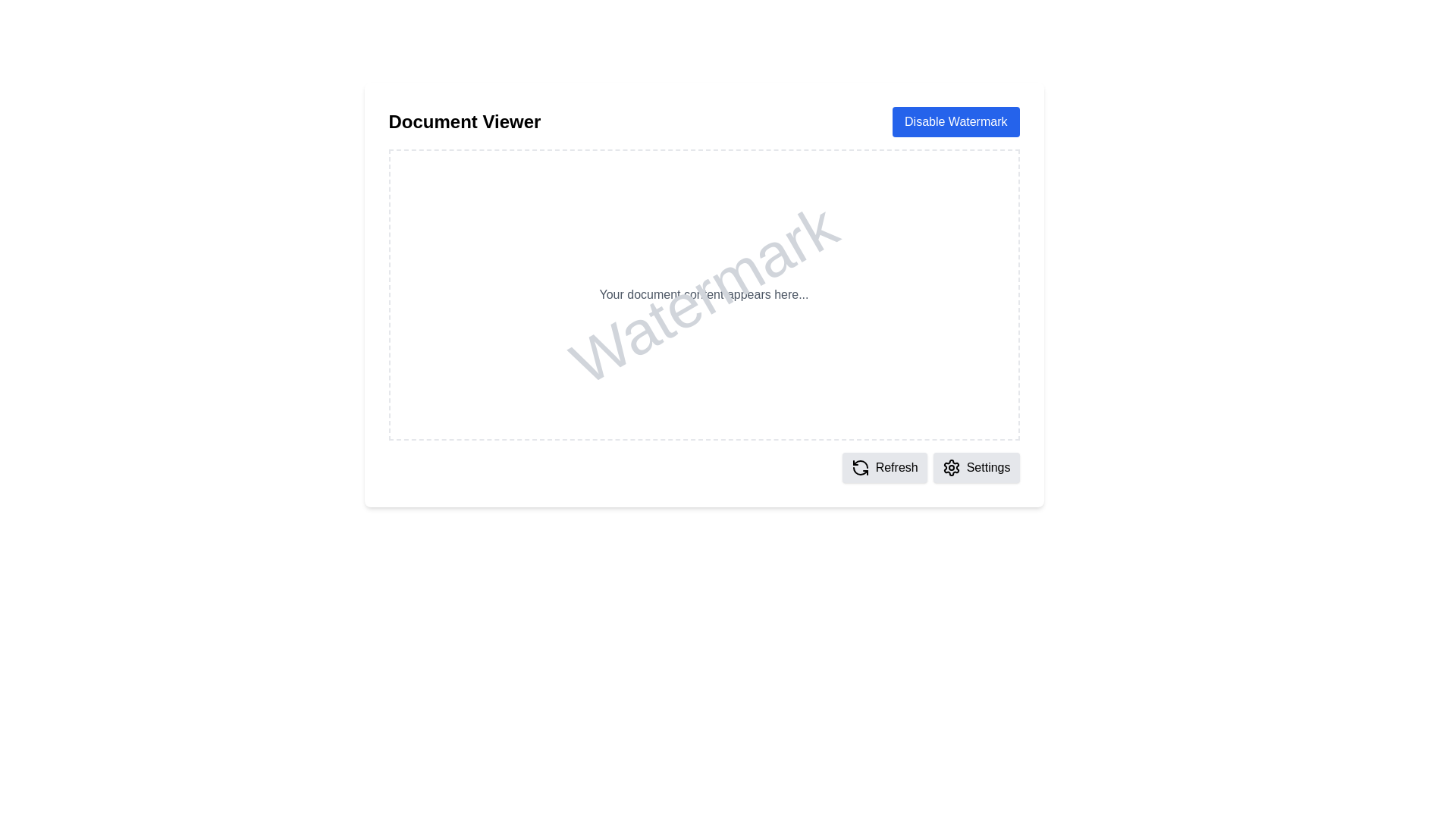  Describe the element at coordinates (950, 467) in the screenshot. I see `the gear-shaped icon in the bottom-right section of the interface` at that location.